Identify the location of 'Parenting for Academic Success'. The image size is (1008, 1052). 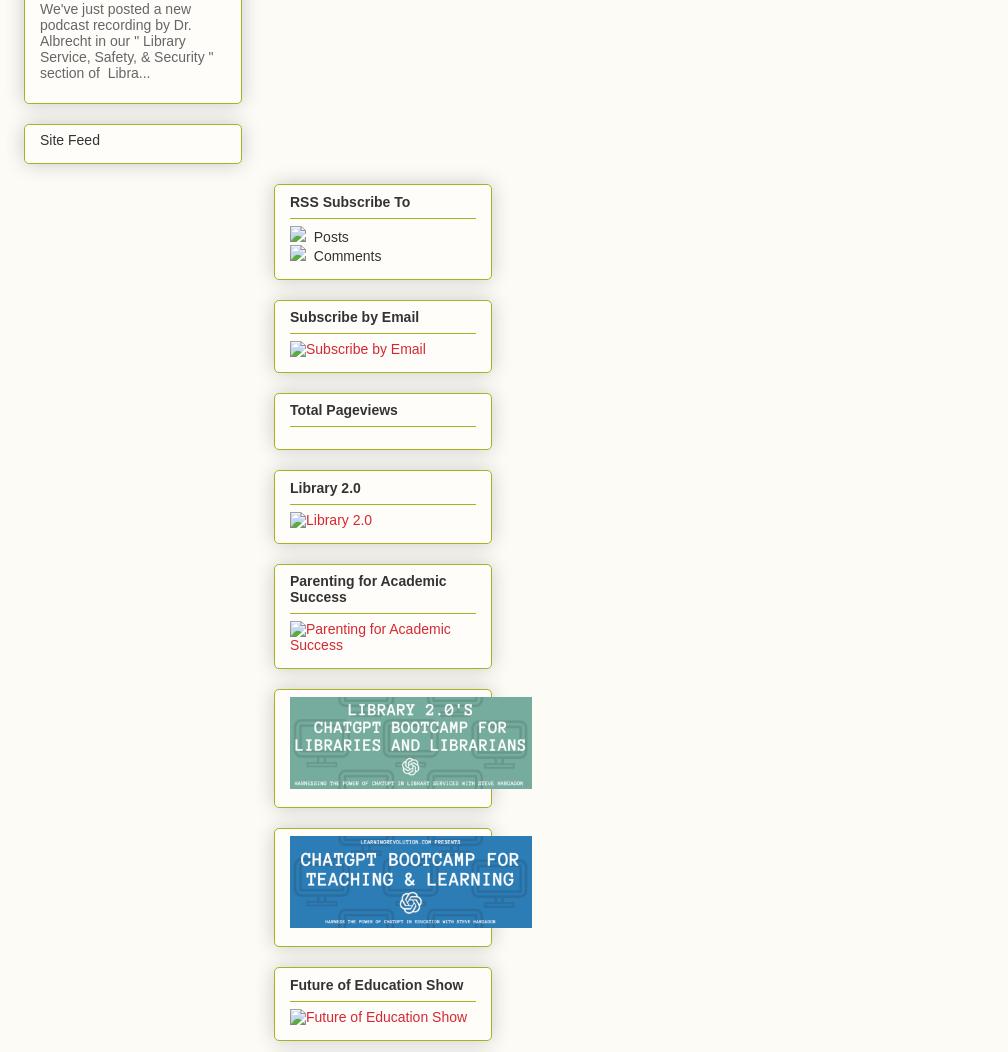
(368, 588).